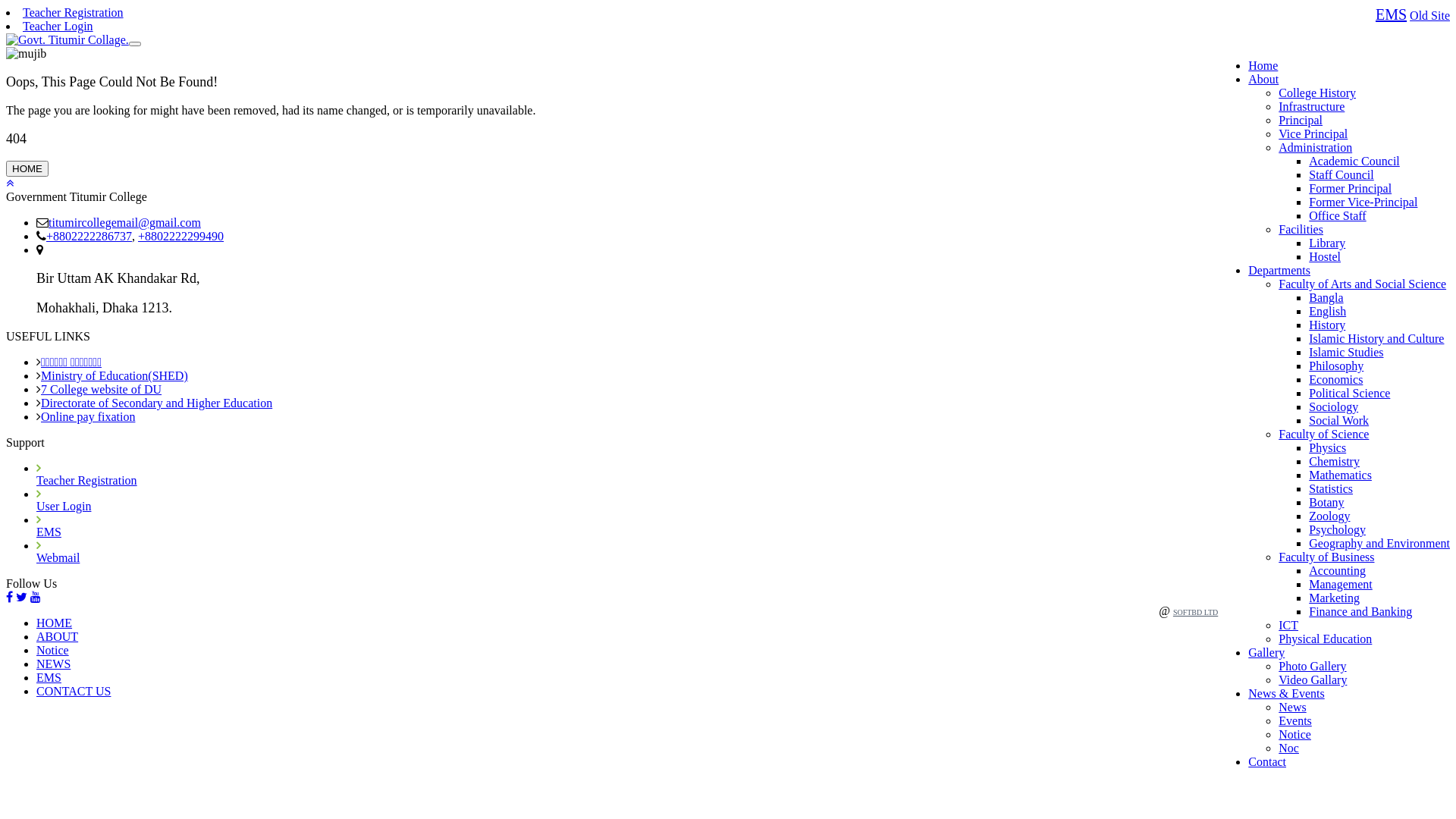 The height and width of the screenshot is (819, 1456). I want to click on 'Old Site', so click(1429, 15).